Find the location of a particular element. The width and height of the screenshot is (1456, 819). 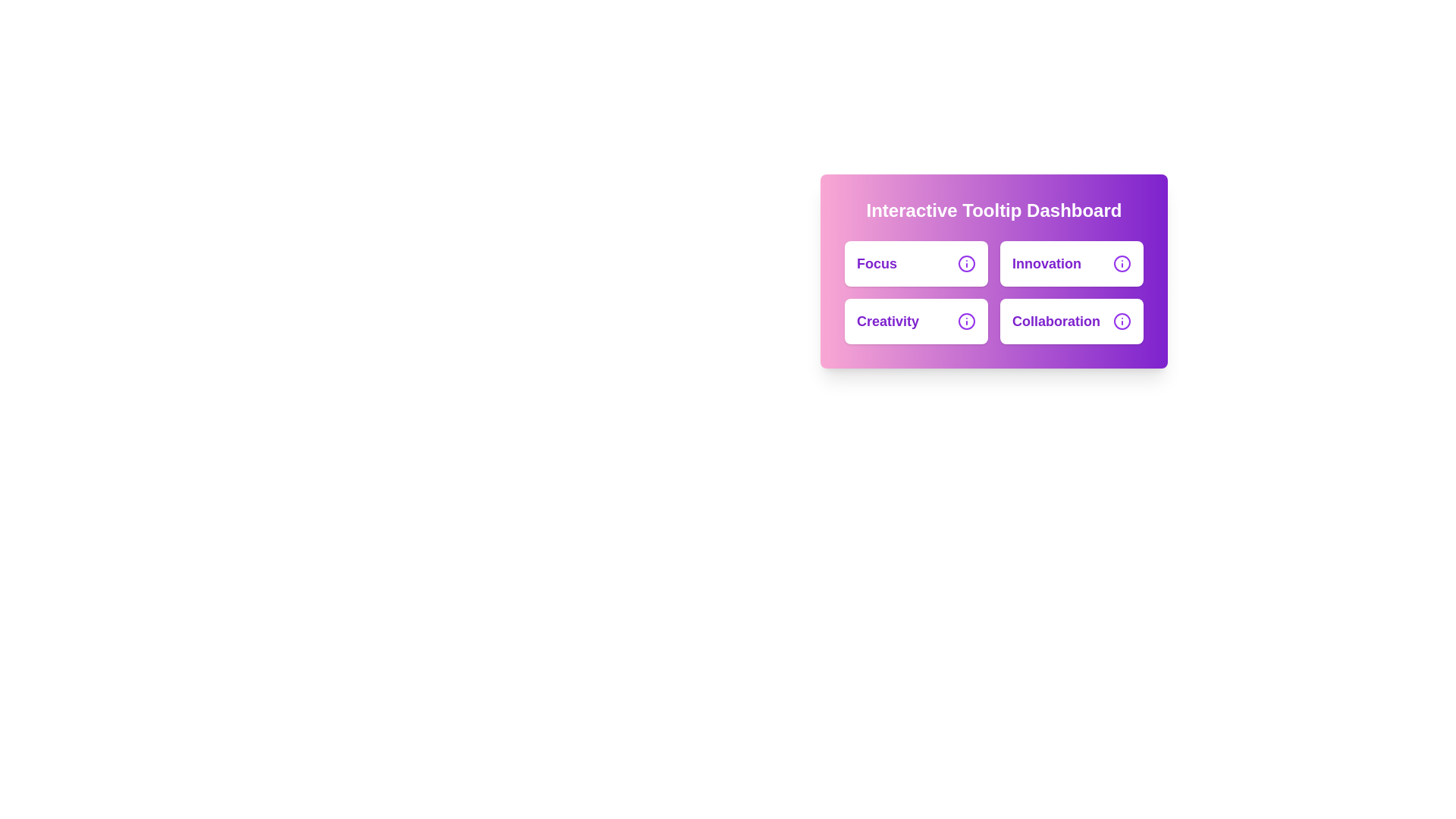

'Focus' button, which is a rectangular button with rounded corners, a white background, bold purple text aligned to the left, and an information icon in purple on its right side is located at coordinates (915, 262).